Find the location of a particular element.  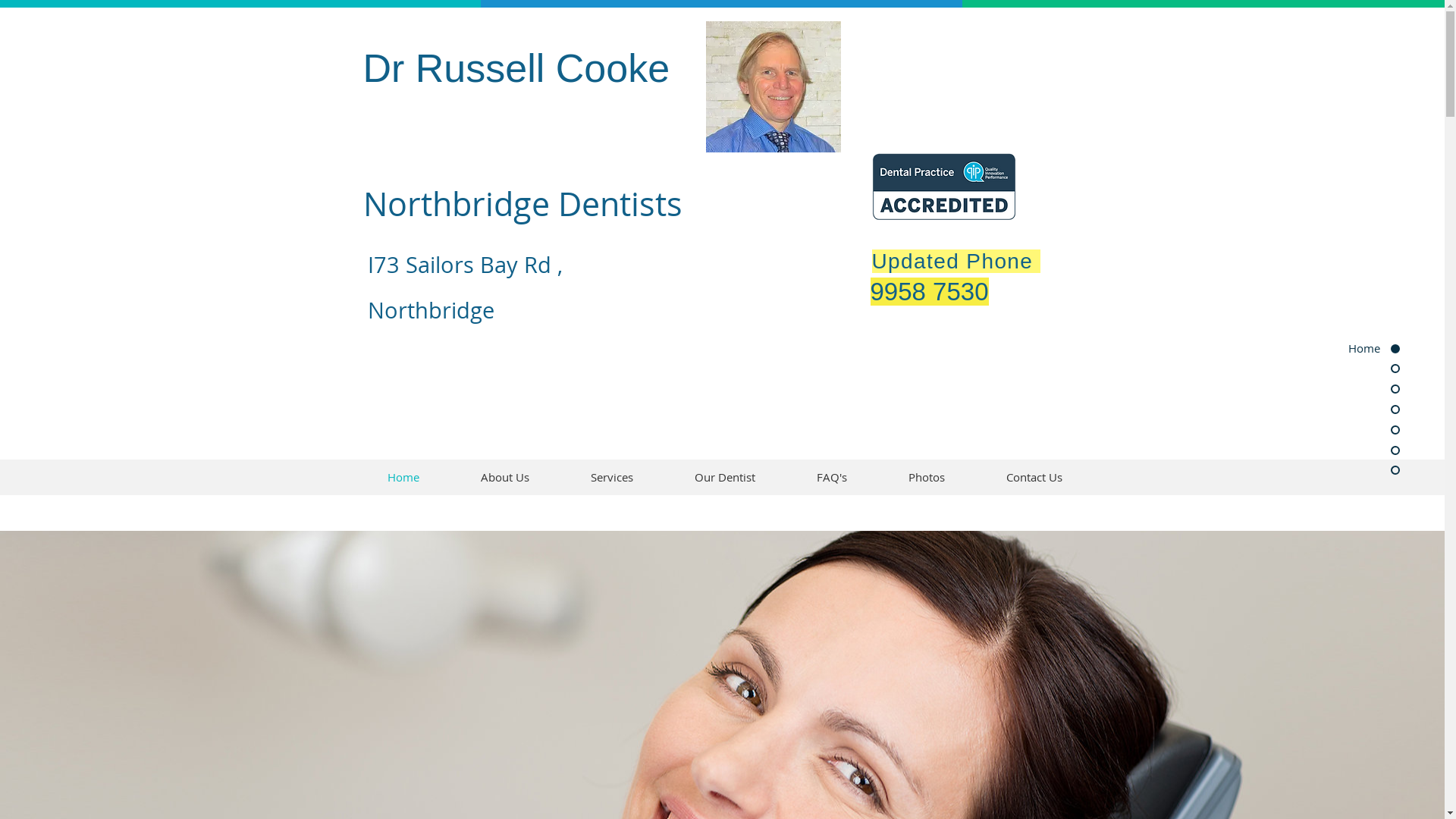

'Contact Us' is located at coordinates (1033, 476).